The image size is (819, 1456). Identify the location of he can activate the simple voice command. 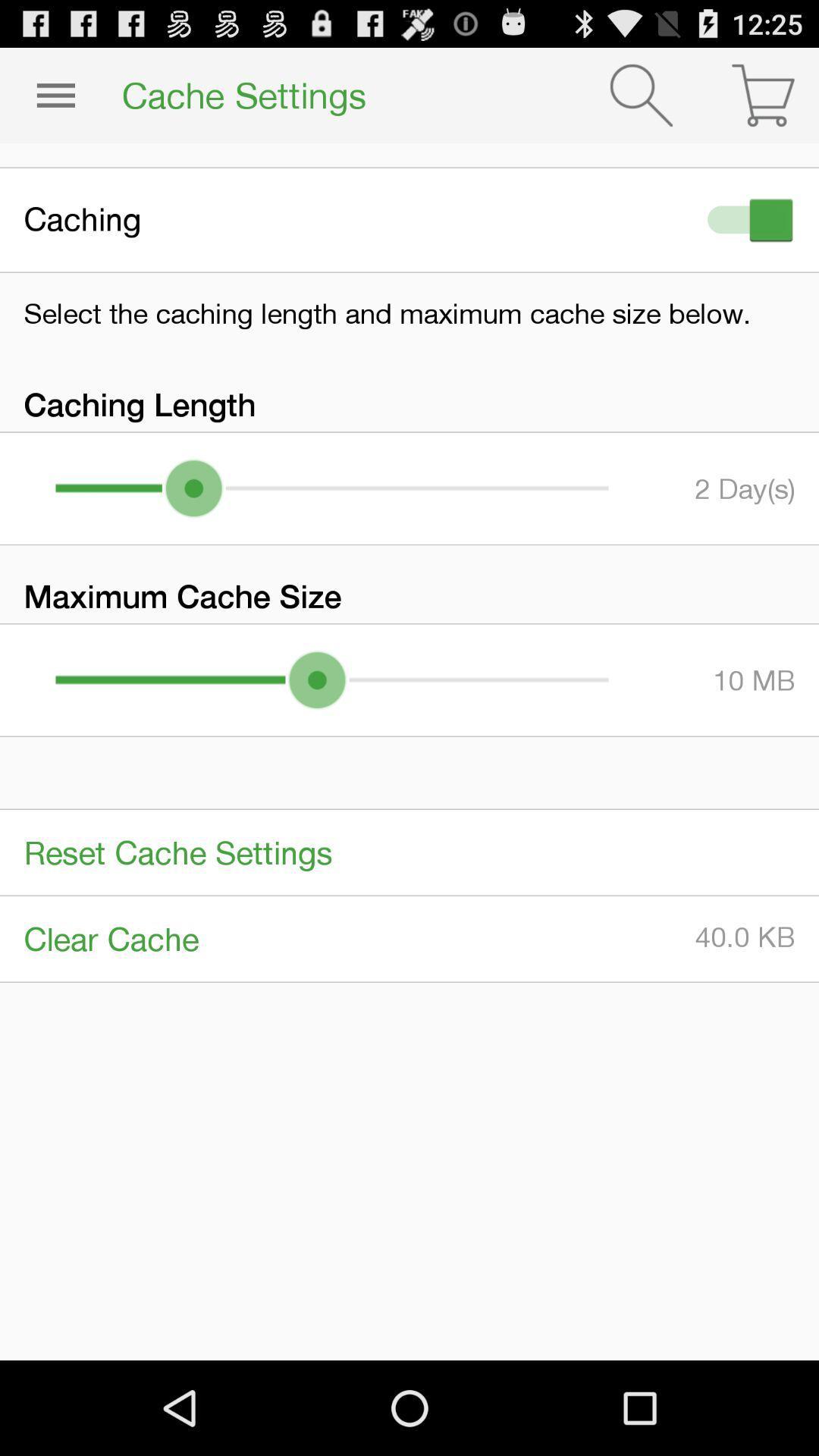
(746, 219).